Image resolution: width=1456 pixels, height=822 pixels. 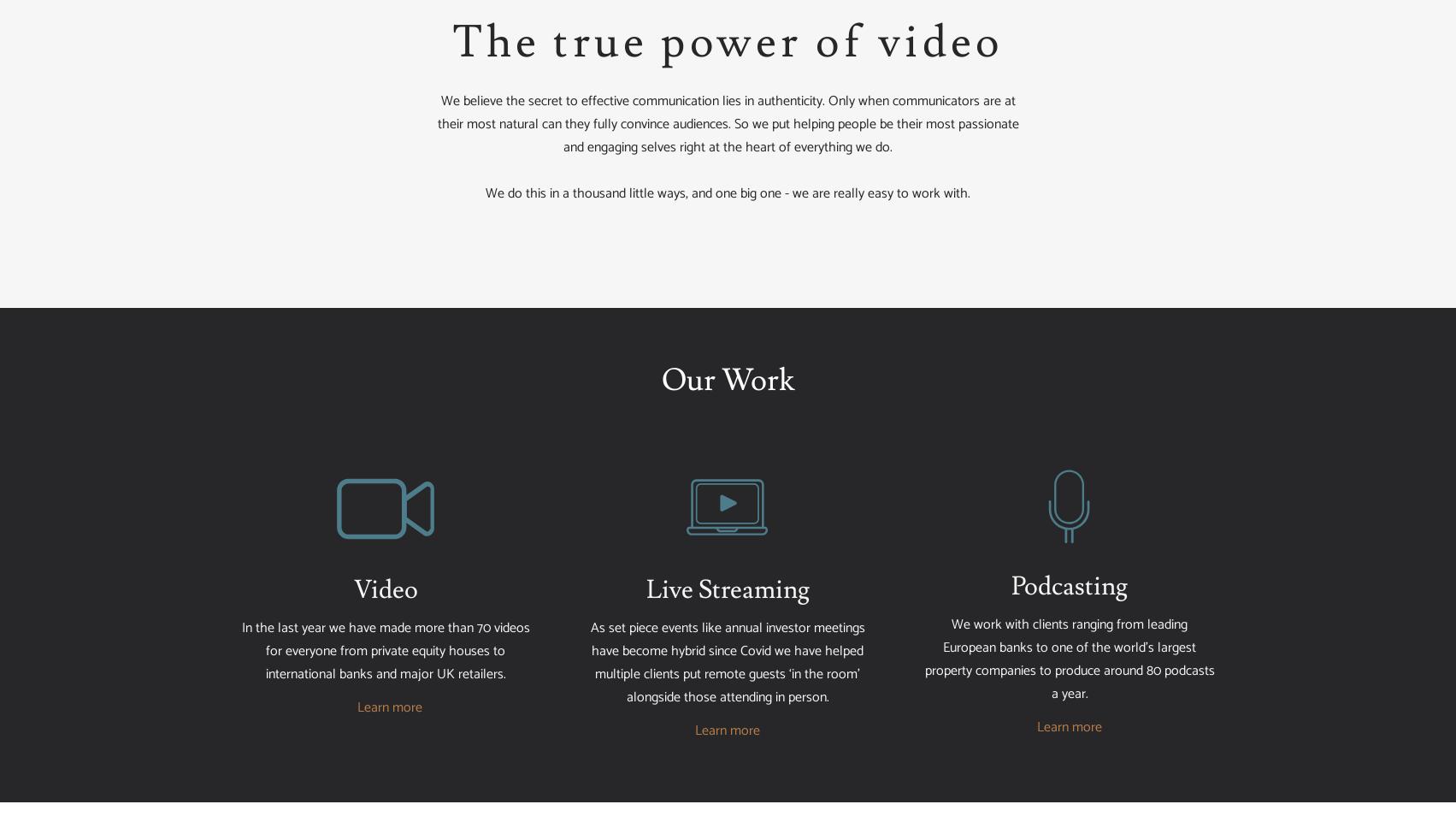 What do you see at coordinates (385, 588) in the screenshot?
I see `'Video'` at bounding box center [385, 588].